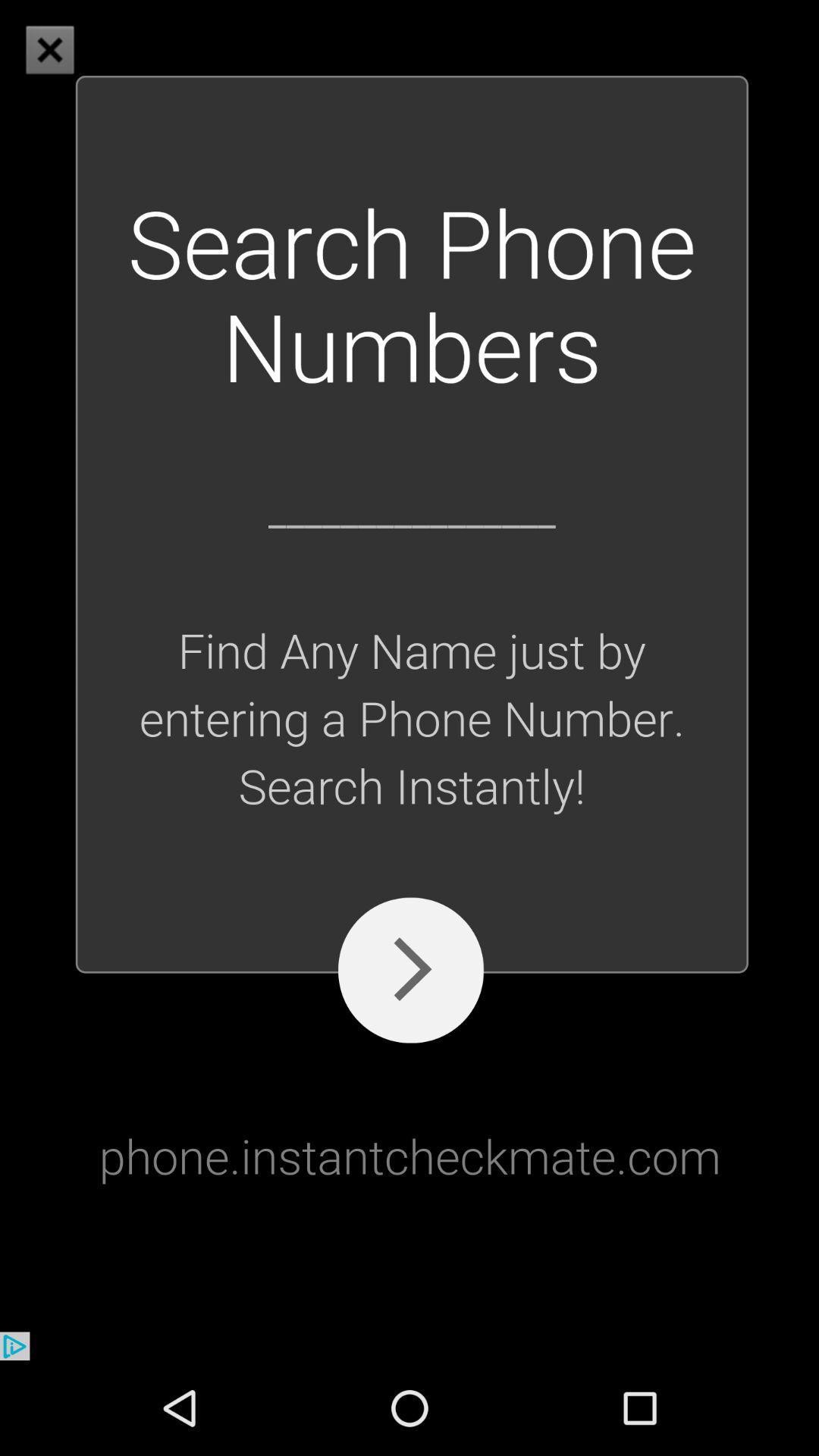 Image resolution: width=819 pixels, height=1456 pixels. What do you see at coordinates (49, 53) in the screenshot?
I see `the close icon` at bounding box center [49, 53].